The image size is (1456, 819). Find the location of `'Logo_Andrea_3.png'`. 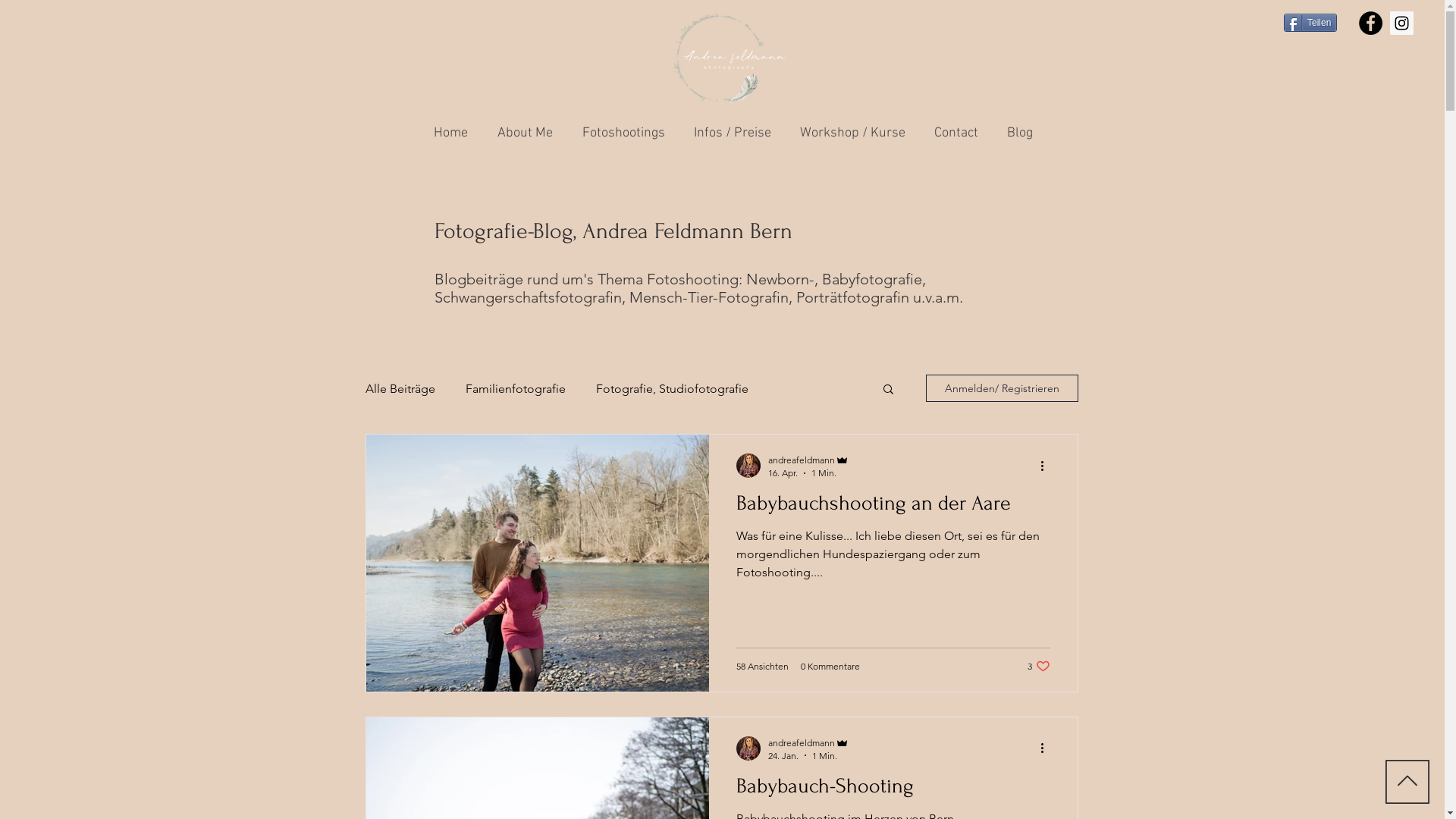

'Logo_Andrea_3.png' is located at coordinates (729, 58).